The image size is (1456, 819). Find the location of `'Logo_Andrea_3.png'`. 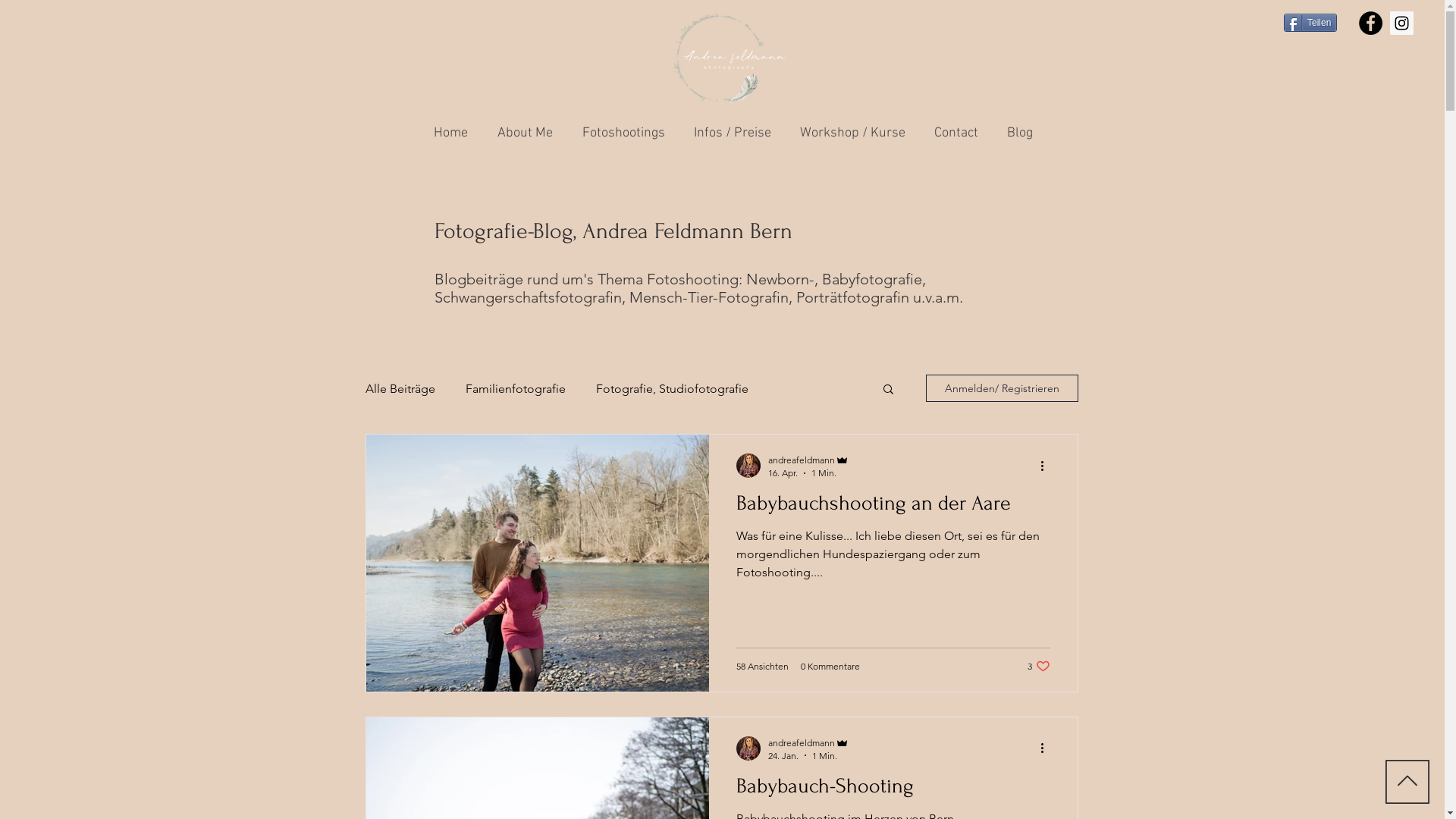

'Logo_Andrea_3.png' is located at coordinates (729, 58).